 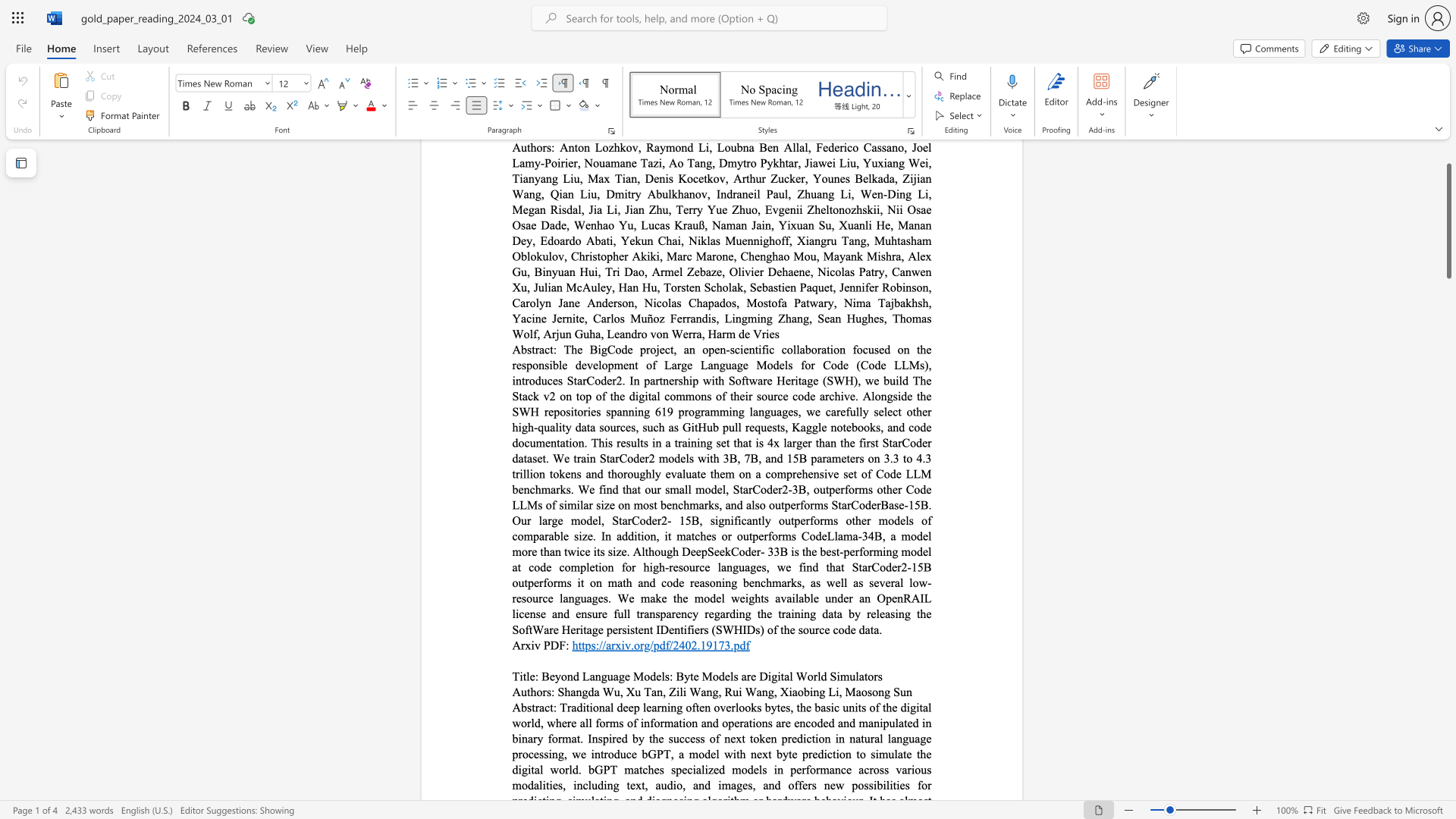 What do you see at coordinates (1448, 341) in the screenshot?
I see `the scrollbar to scroll the page down` at bounding box center [1448, 341].